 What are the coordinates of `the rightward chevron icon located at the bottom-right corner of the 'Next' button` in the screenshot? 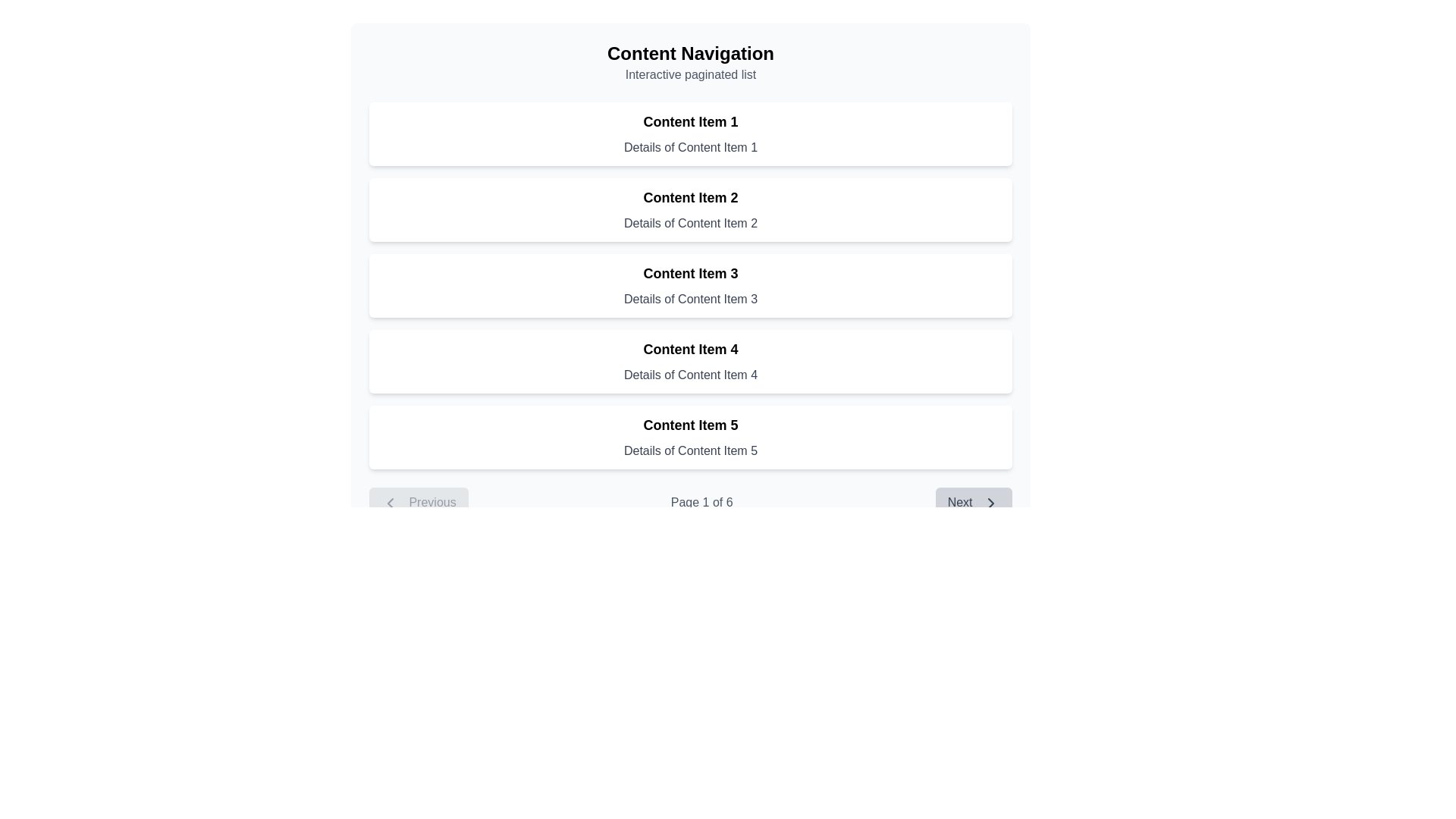 It's located at (990, 503).